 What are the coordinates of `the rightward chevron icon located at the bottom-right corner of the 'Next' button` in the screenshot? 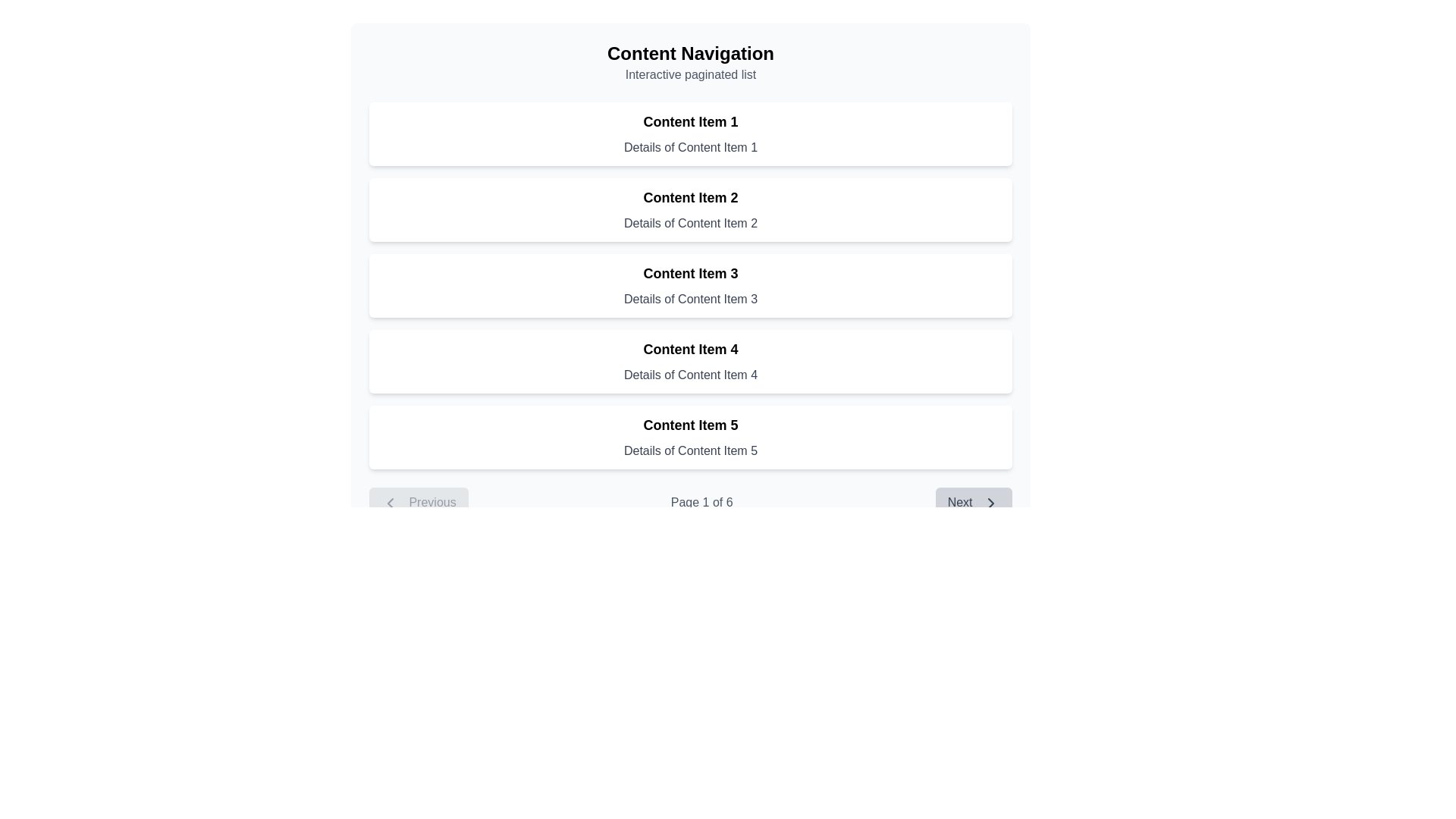 It's located at (990, 503).